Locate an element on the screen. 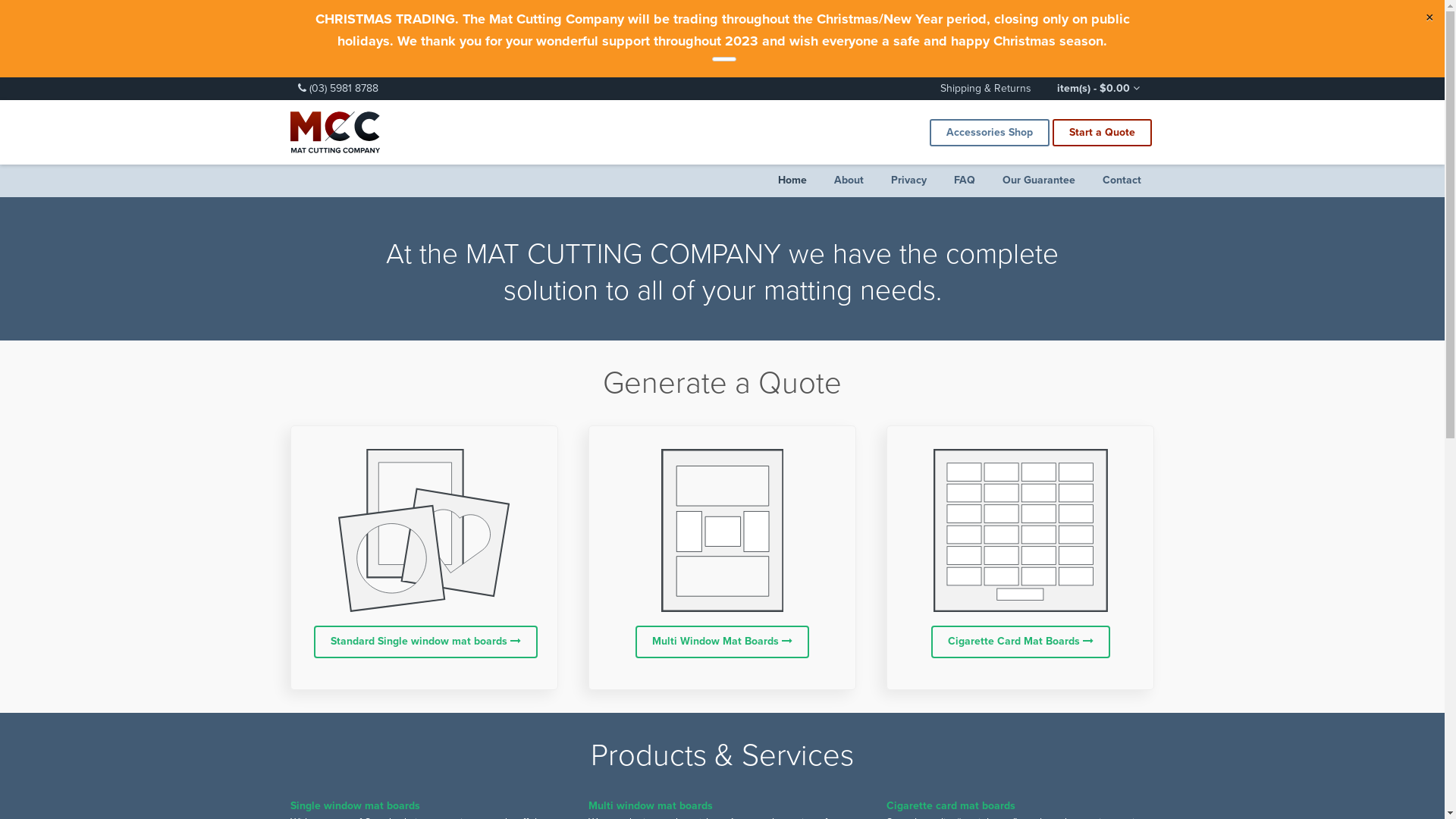 This screenshot has height=819, width=1456. '(03) 5981 8788' is located at coordinates (290, 88).